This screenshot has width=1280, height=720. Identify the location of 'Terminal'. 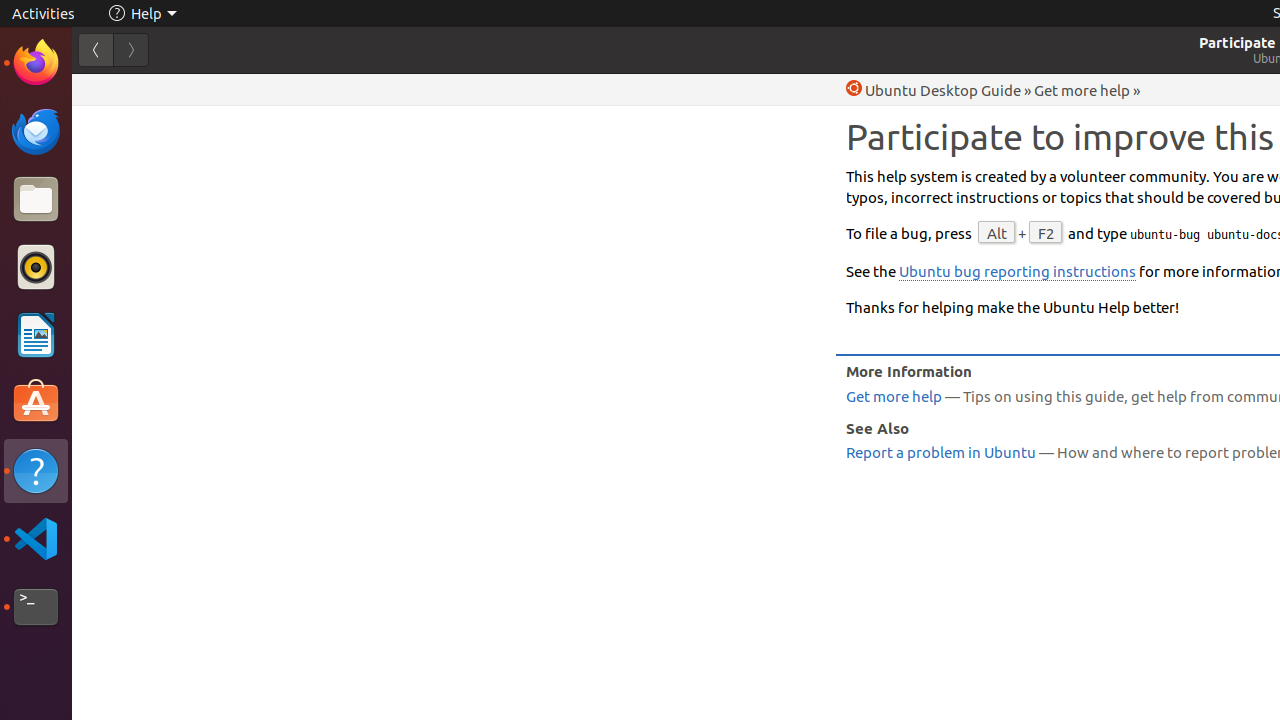
(35, 606).